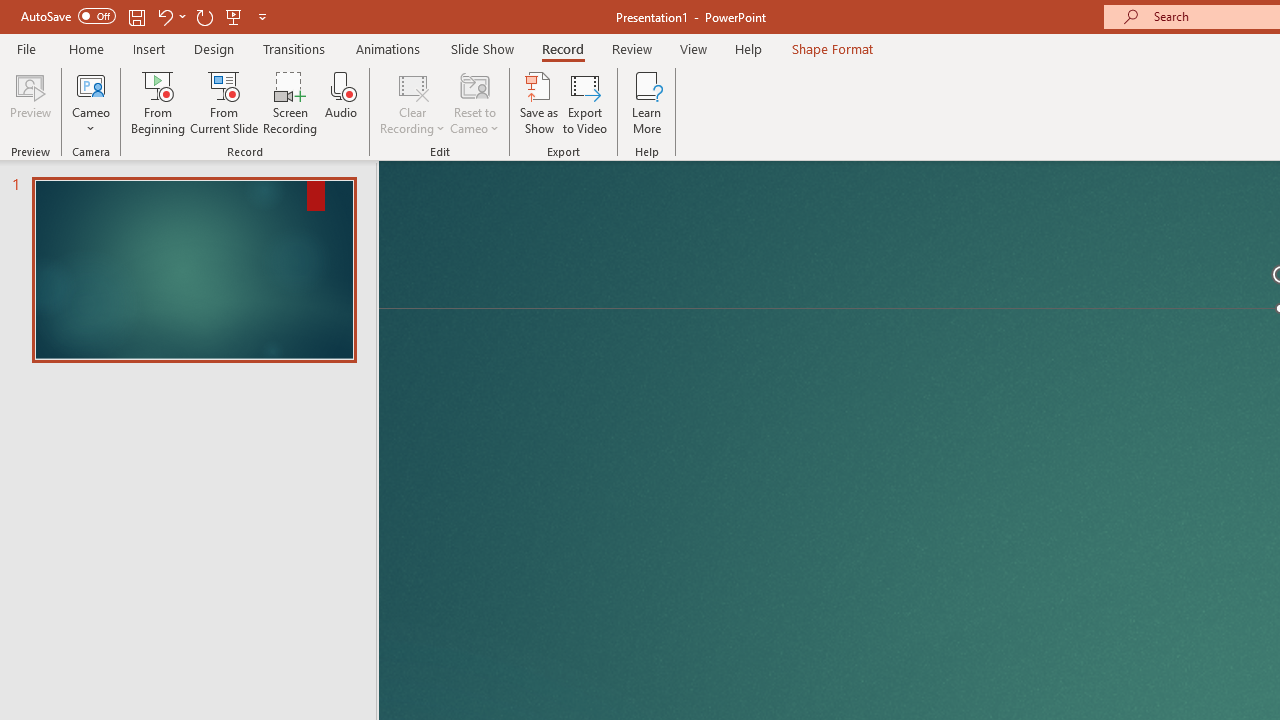 The height and width of the screenshot is (720, 1280). I want to click on 'From Beginning...', so click(157, 103).